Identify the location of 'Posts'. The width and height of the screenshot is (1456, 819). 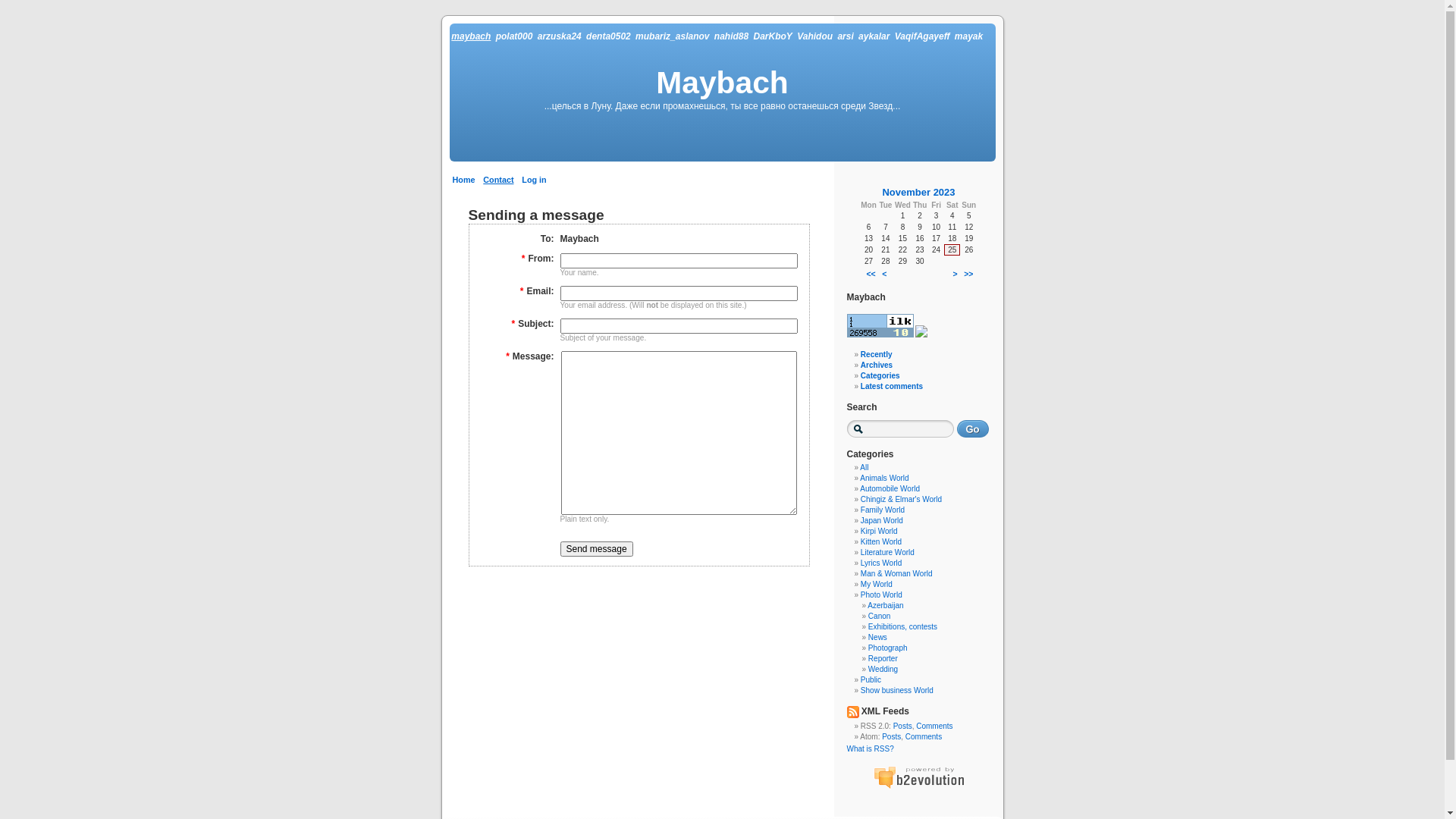
(891, 736).